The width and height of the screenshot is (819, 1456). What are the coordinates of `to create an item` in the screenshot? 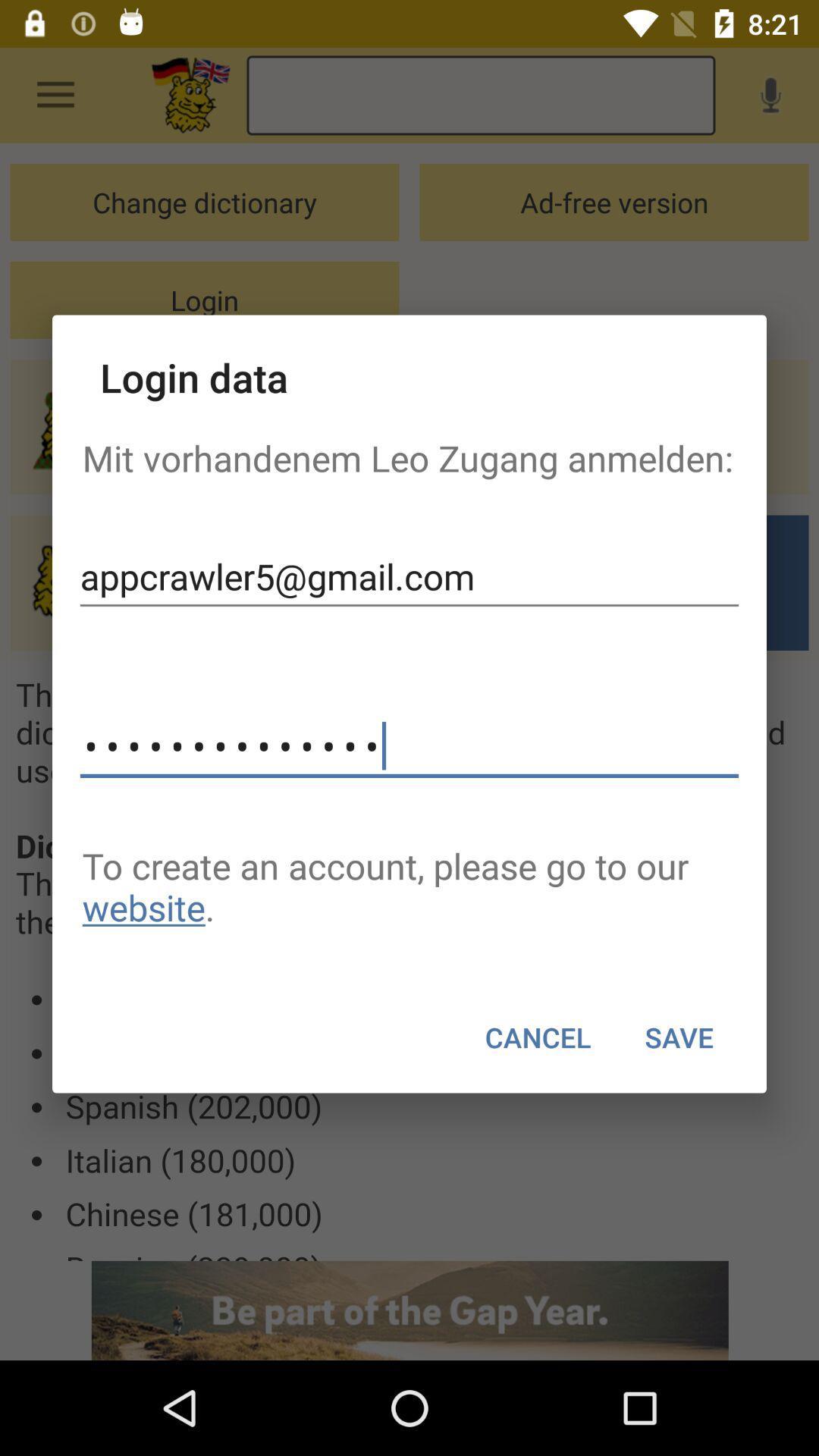 It's located at (409, 886).